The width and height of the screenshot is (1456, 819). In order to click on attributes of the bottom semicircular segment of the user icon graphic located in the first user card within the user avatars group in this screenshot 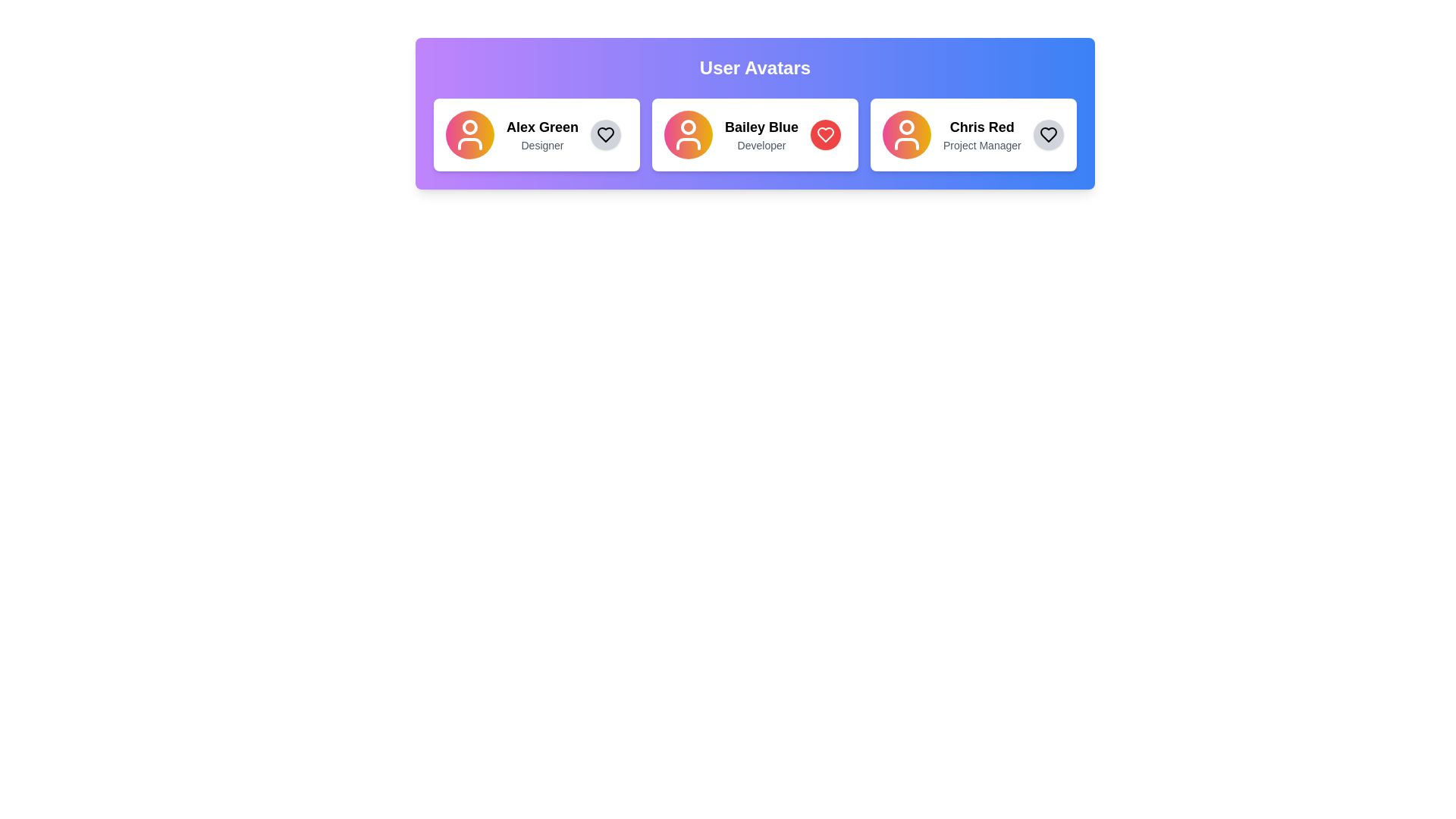, I will do `click(469, 143)`.